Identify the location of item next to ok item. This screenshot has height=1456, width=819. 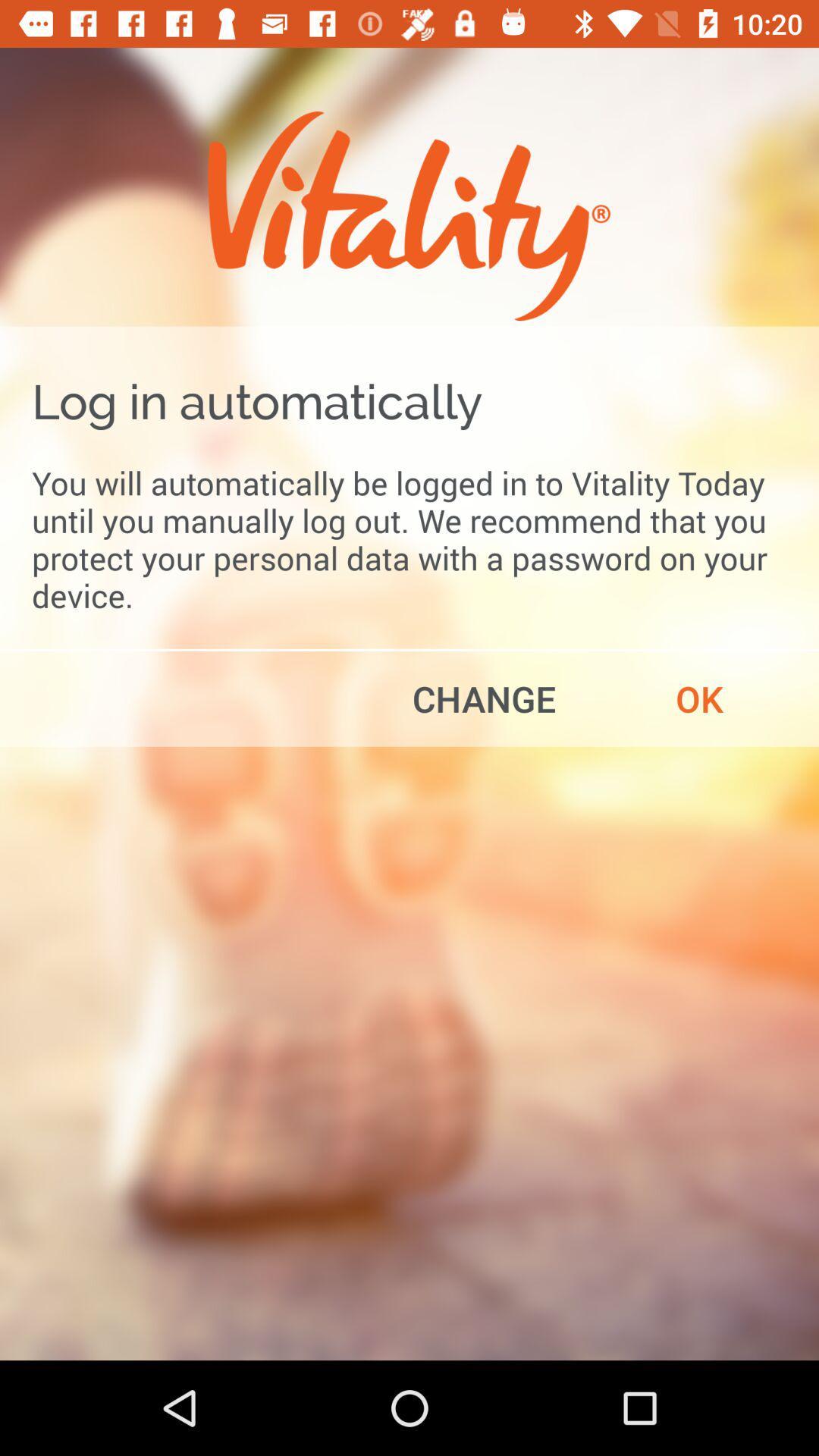
(484, 698).